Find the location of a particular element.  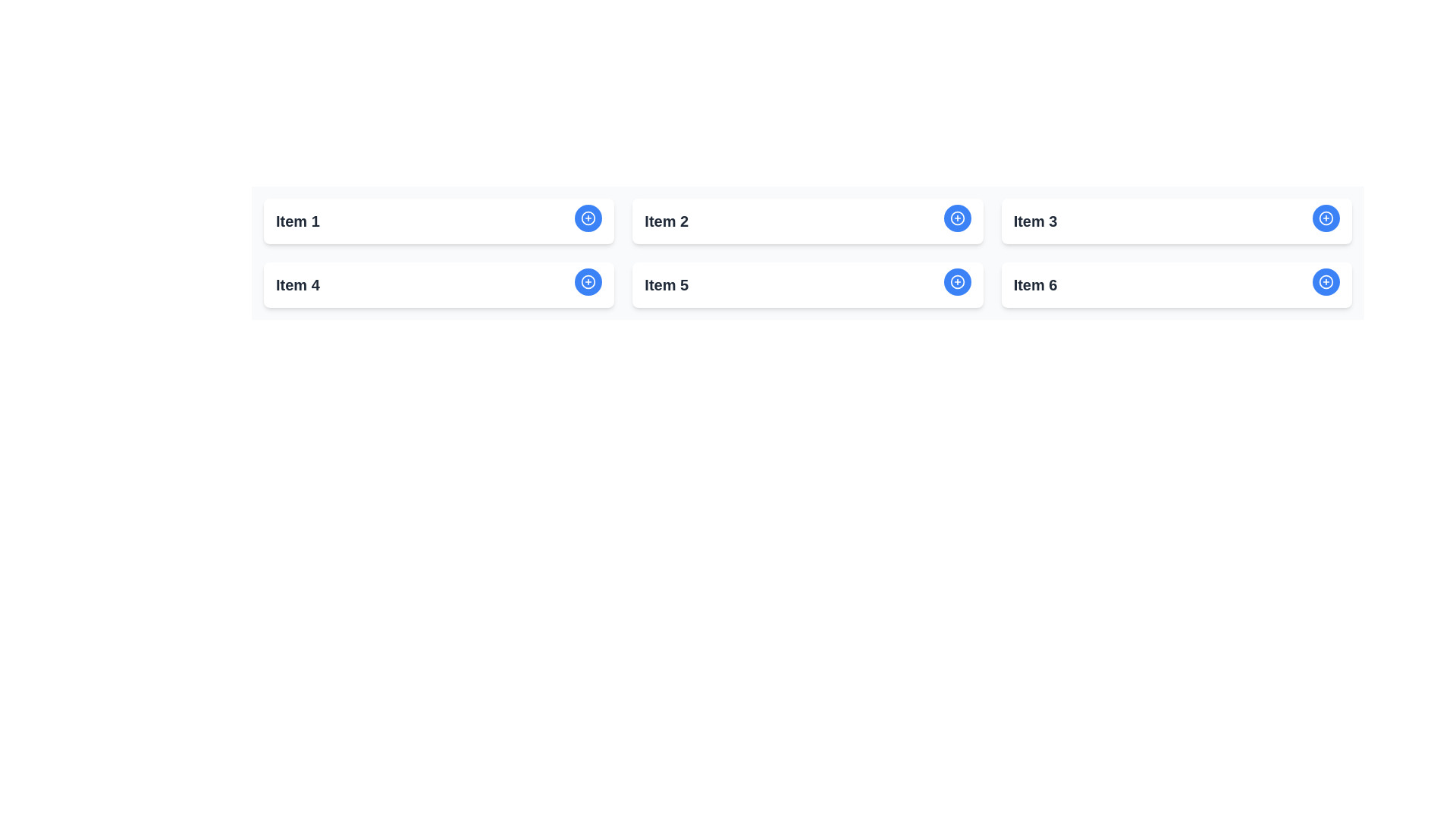

the icon located on the far right of the row of circular icons associated with 'Item 4' is located at coordinates (588, 281).